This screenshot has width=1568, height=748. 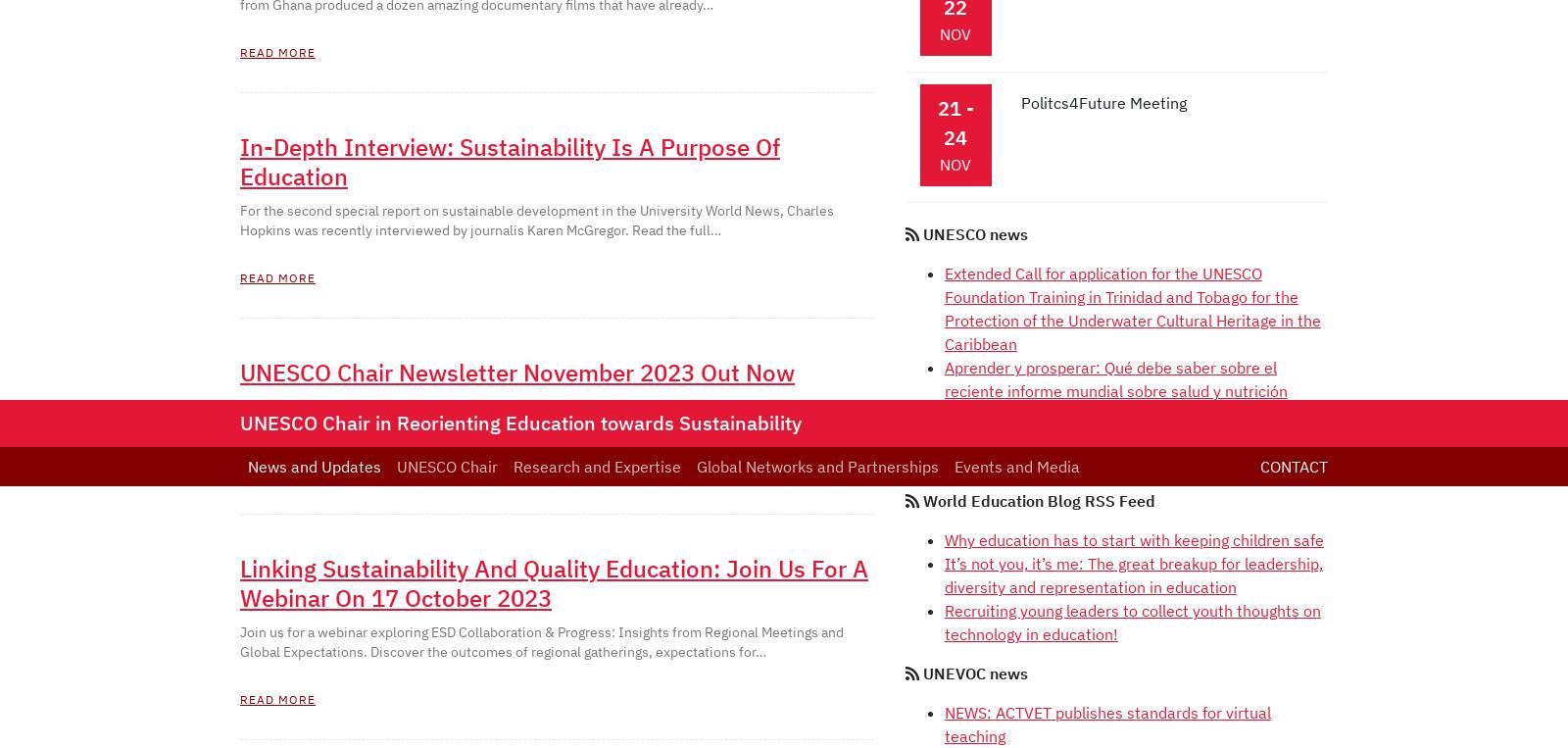 I want to click on 'Careers', so click(x=819, y=307).